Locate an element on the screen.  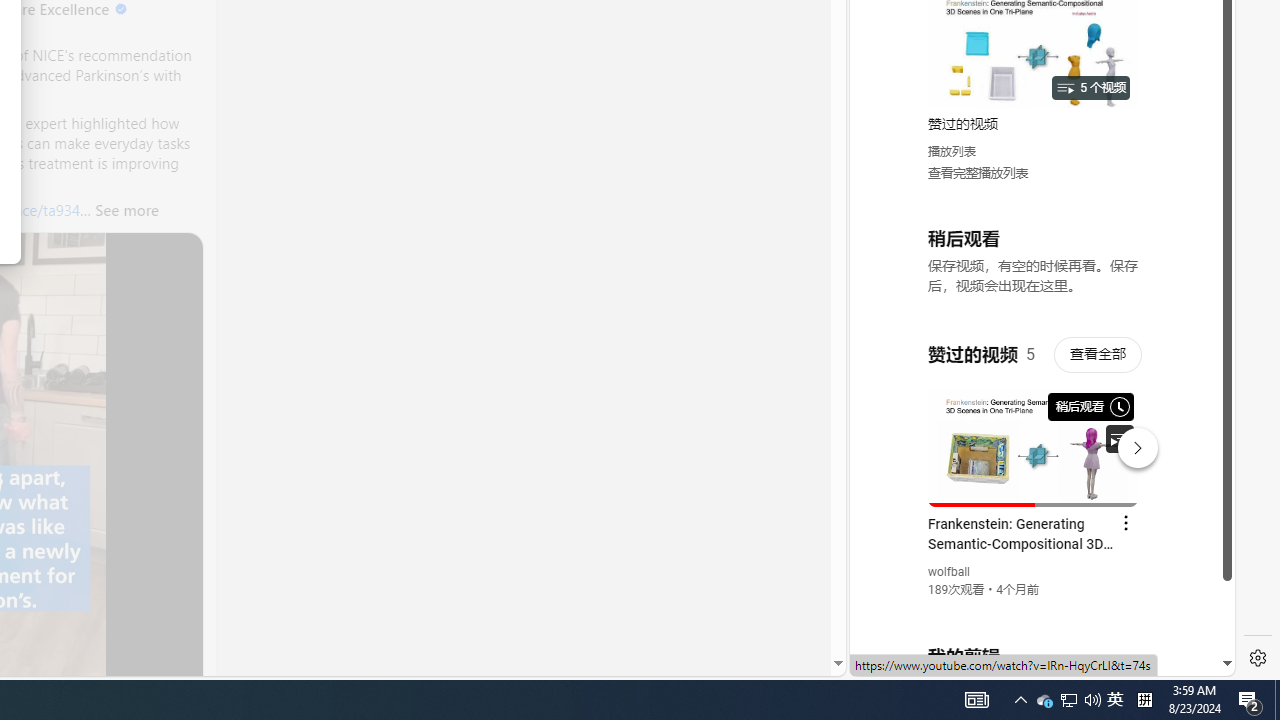
'wolfball' is located at coordinates (948, 572).